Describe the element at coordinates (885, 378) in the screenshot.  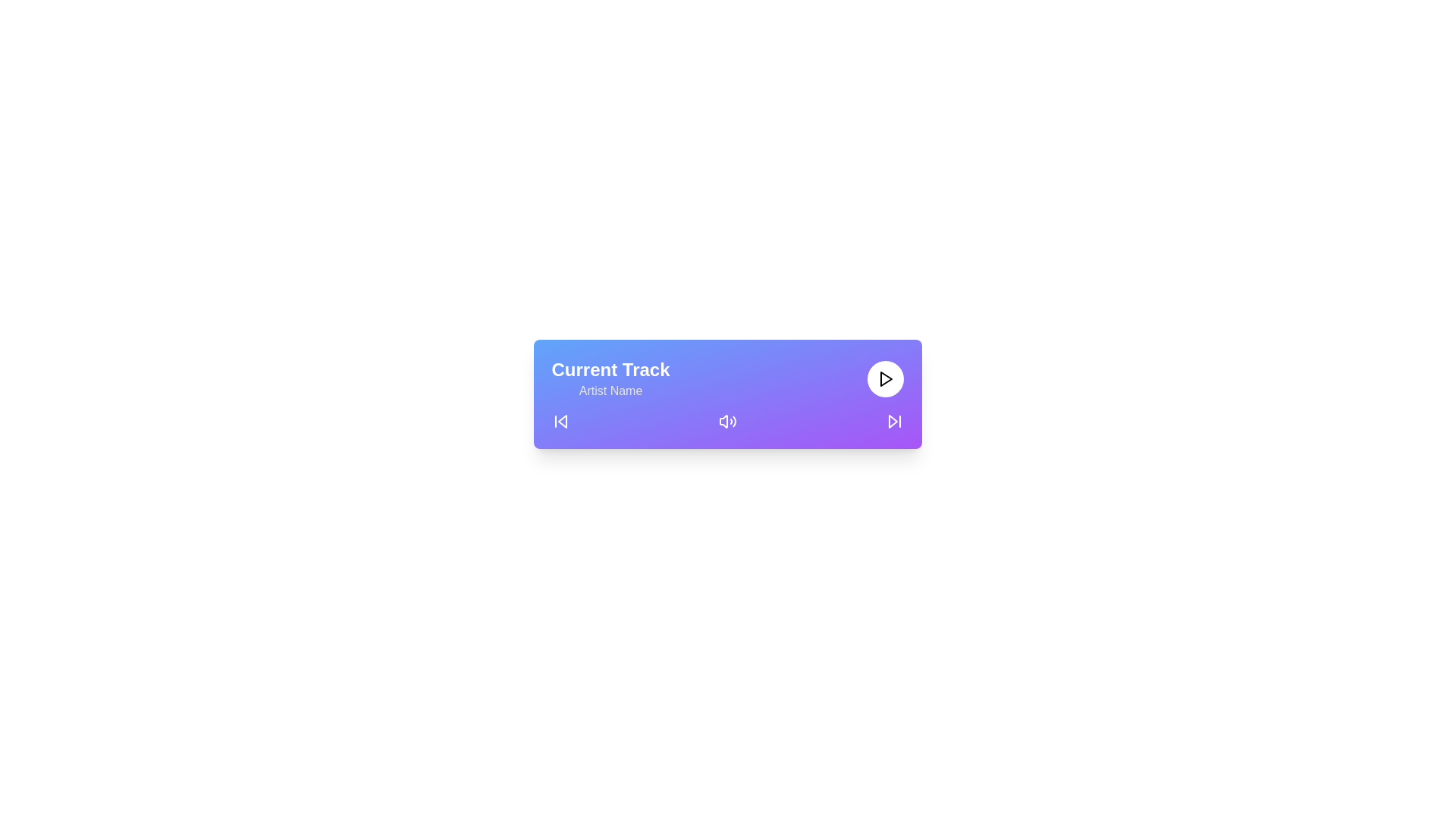
I see `the triangle button located on the rightmost side of the toolbar, which plays audio or a media track when clicked` at that location.